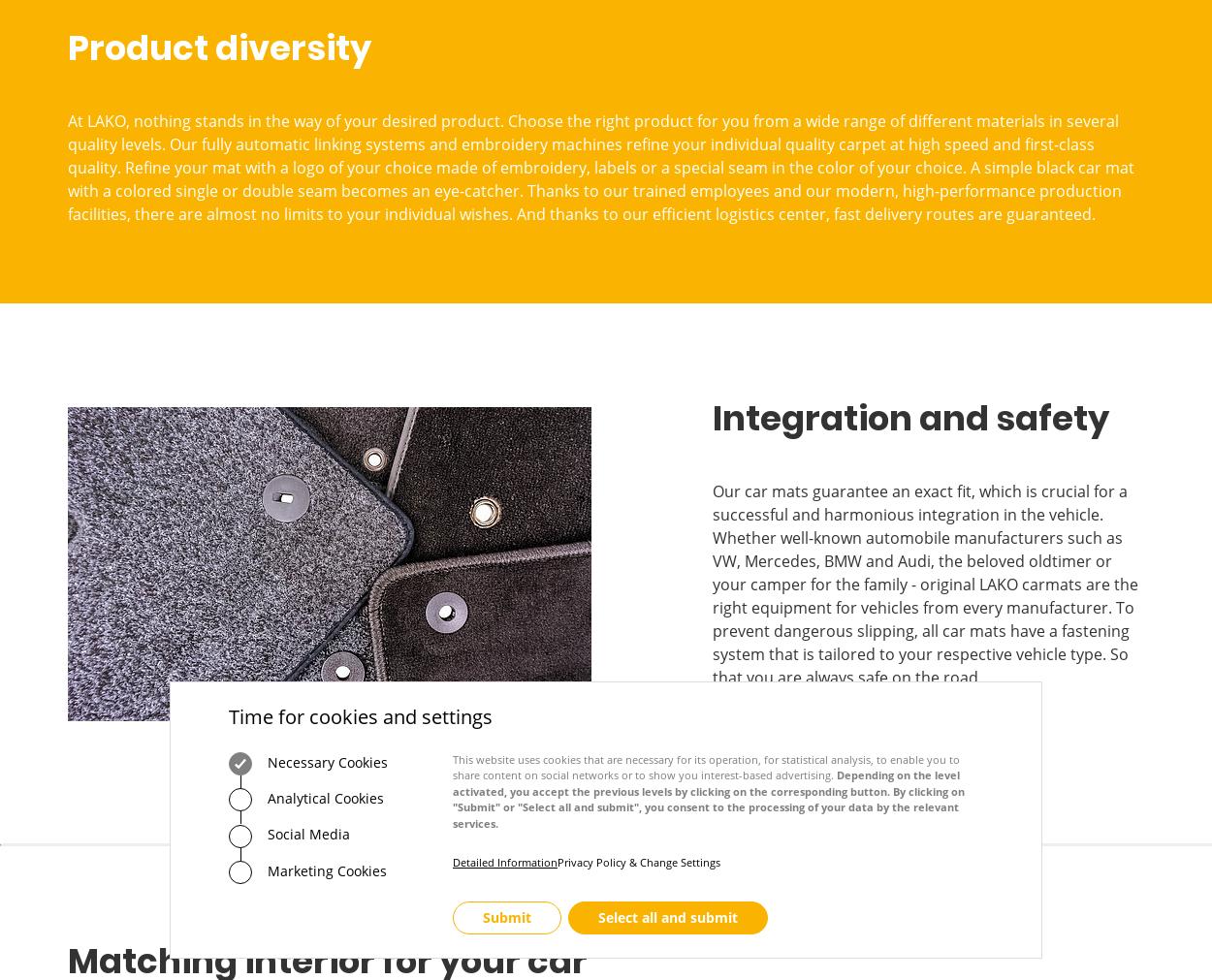 This screenshot has height=980, width=1212. Describe the element at coordinates (325, 760) in the screenshot. I see `'Necessary Cookies'` at that location.